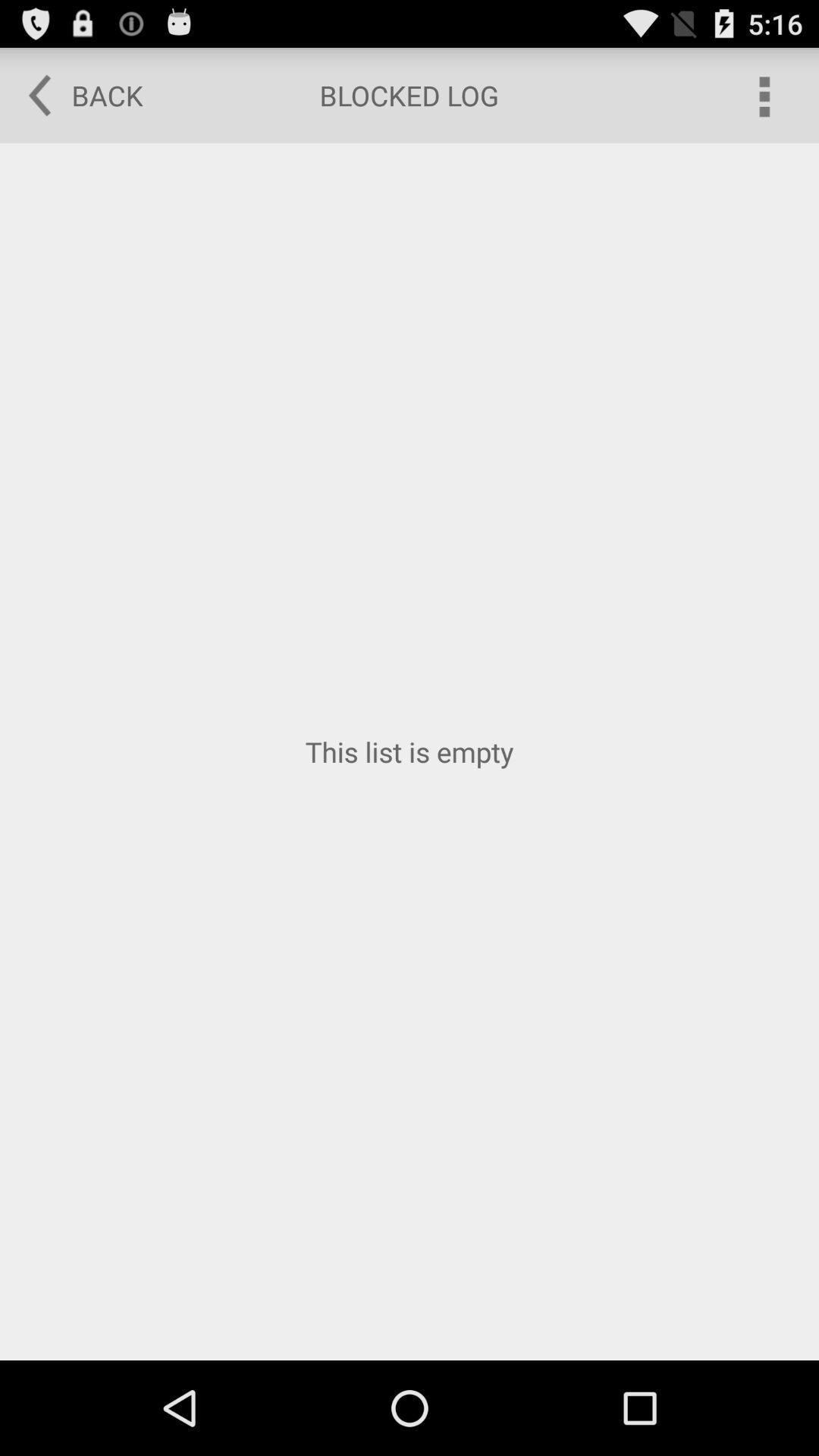 The height and width of the screenshot is (1456, 819). What do you see at coordinates (75, 94) in the screenshot?
I see `the app above the this list is` at bounding box center [75, 94].